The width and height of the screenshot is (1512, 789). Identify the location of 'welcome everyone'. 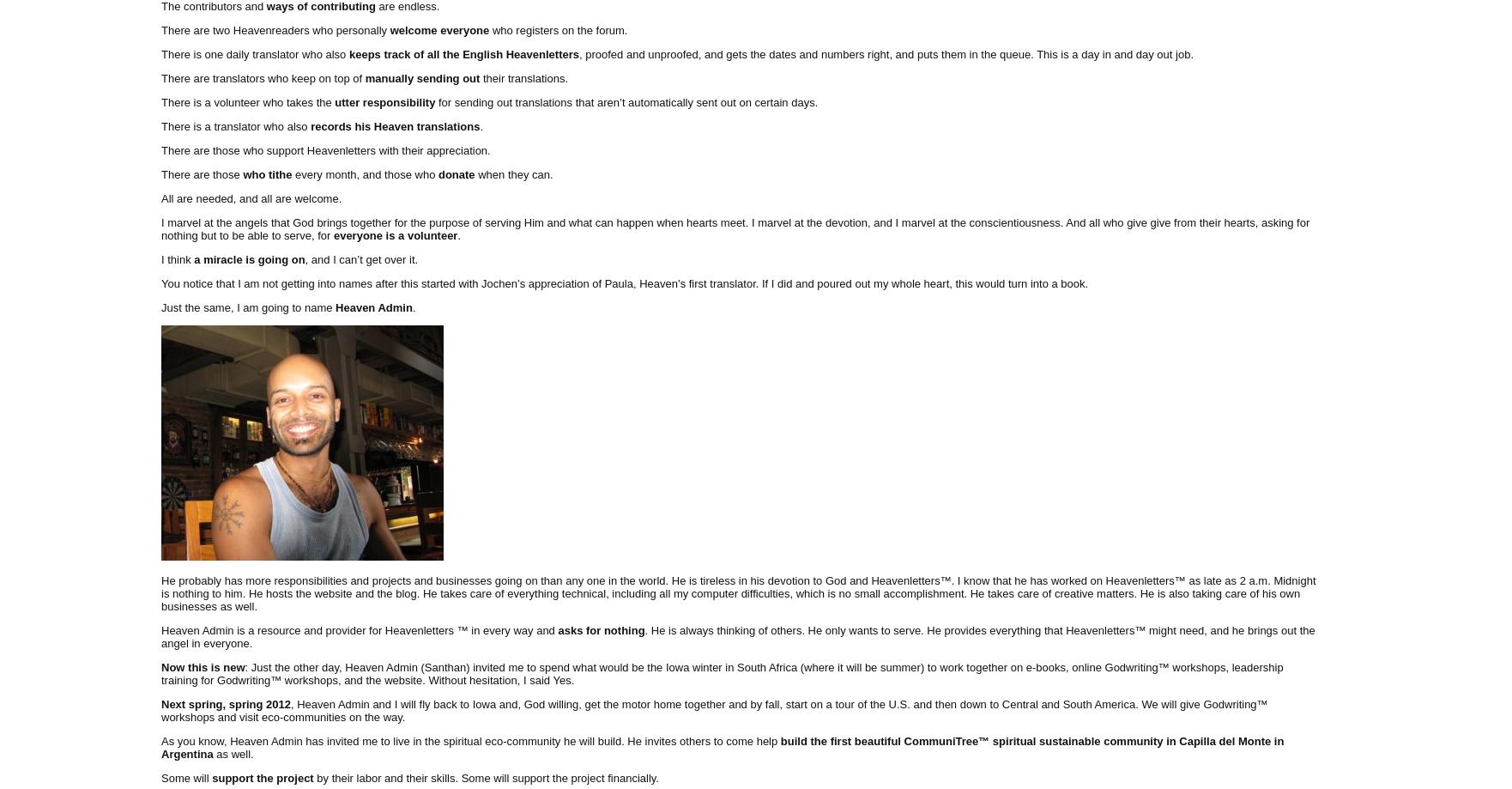
(438, 29).